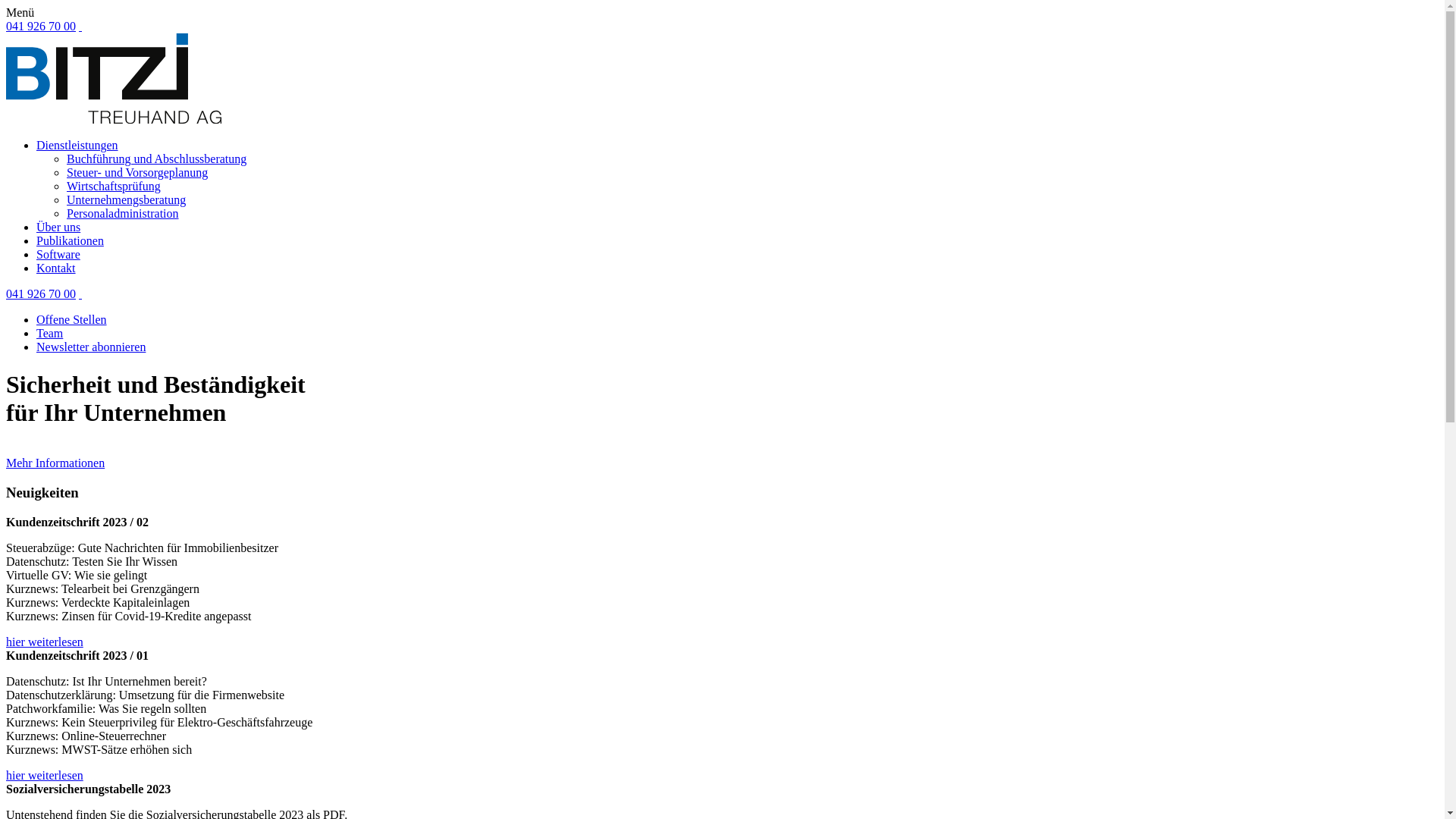 The height and width of the screenshot is (819, 1456). What do you see at coordinates (71, 318) in the screenshot?
I see `'Offene Stellen'` at bounding box center [71, 318].